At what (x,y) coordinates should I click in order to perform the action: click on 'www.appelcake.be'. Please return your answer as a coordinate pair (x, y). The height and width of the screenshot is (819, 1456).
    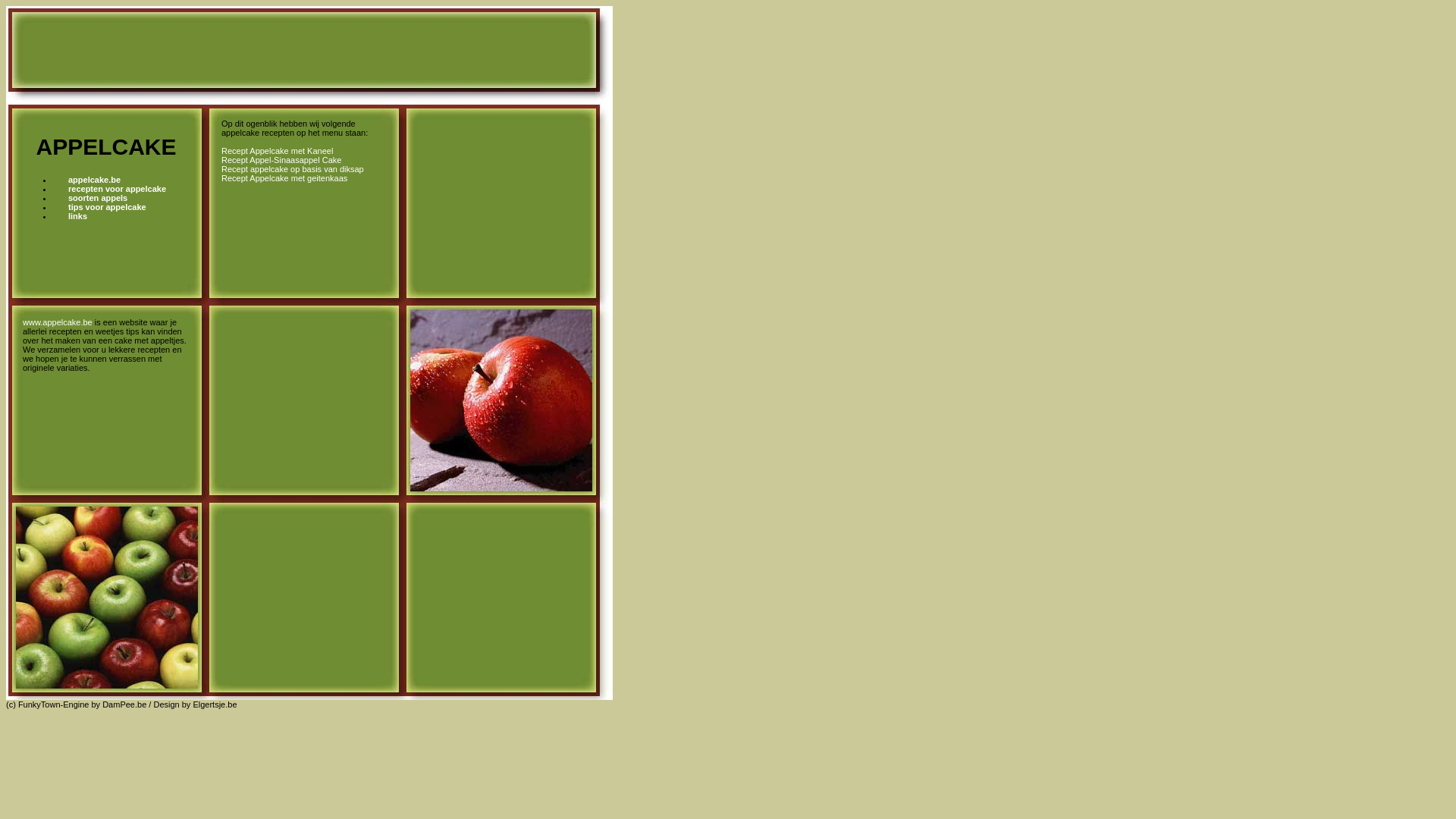
    Looking at the image, I should click on (58, 321).